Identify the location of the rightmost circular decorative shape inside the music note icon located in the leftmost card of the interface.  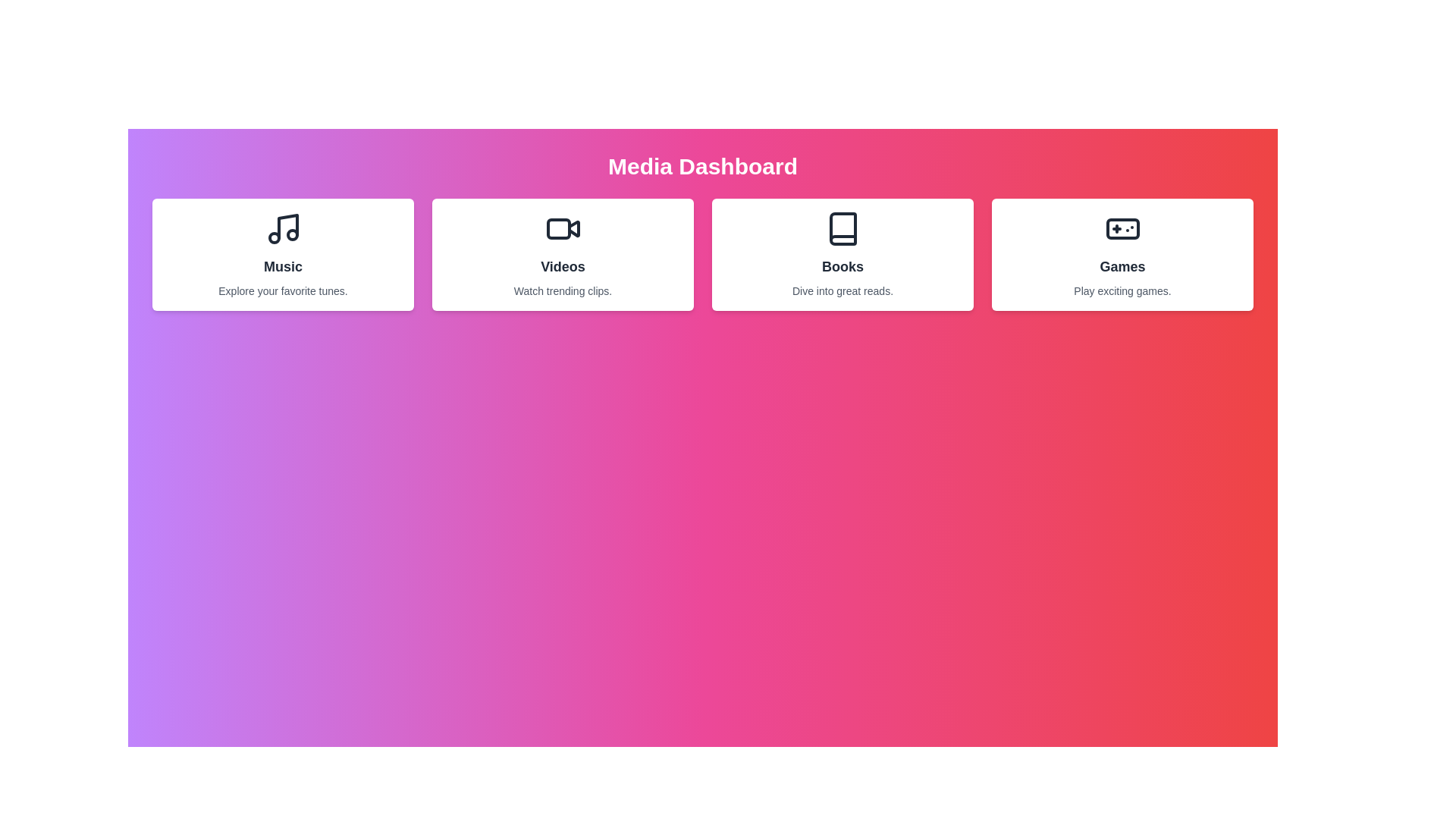
(292, 234).